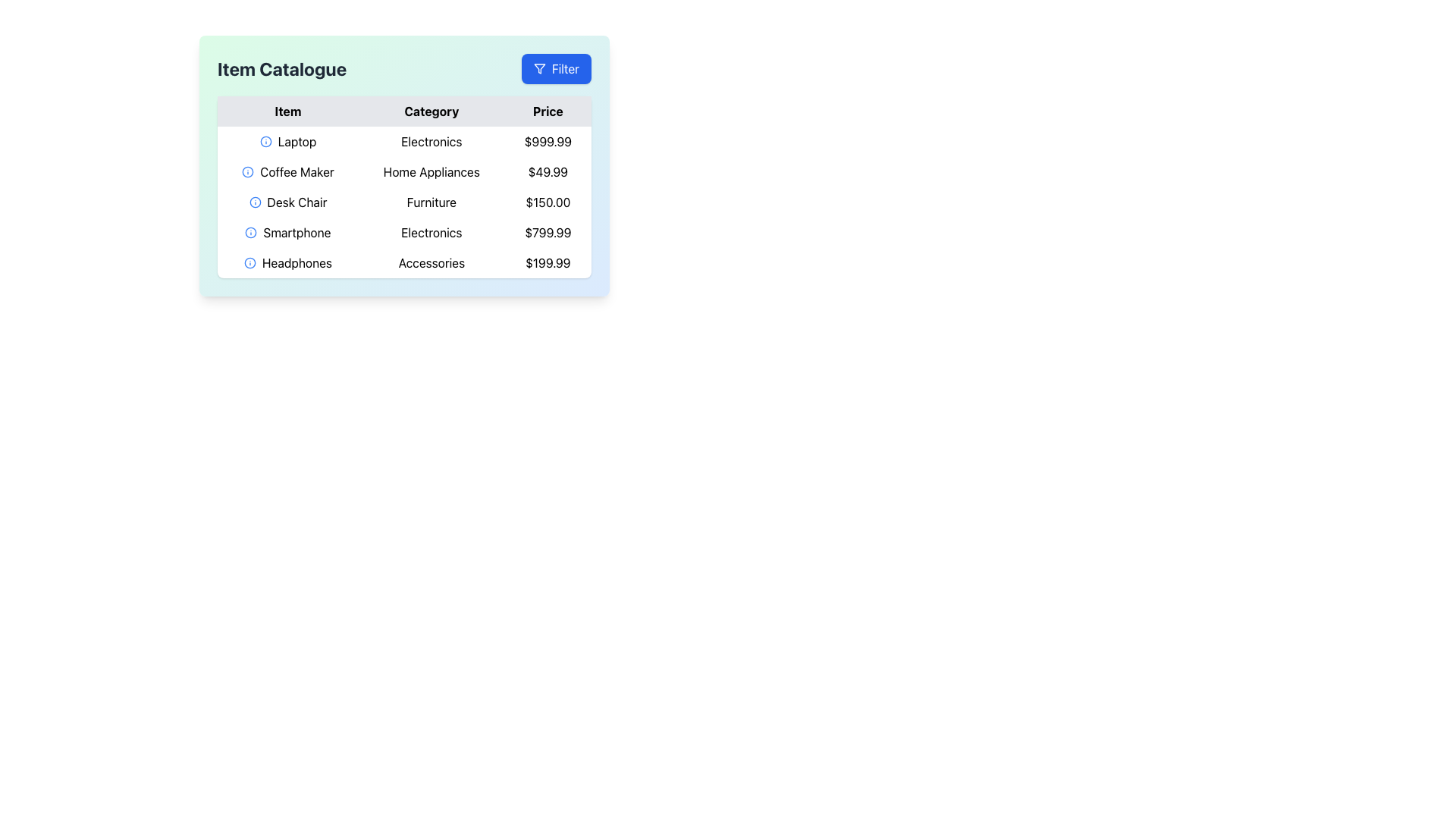 The height and width of the screenshot is (819, 1456). Describe the element at coordinates (547, 110) in the screenshot. I see `text 'Price' from the column header that is bold and centered, located in the upper-right section of the table layout` at that location.